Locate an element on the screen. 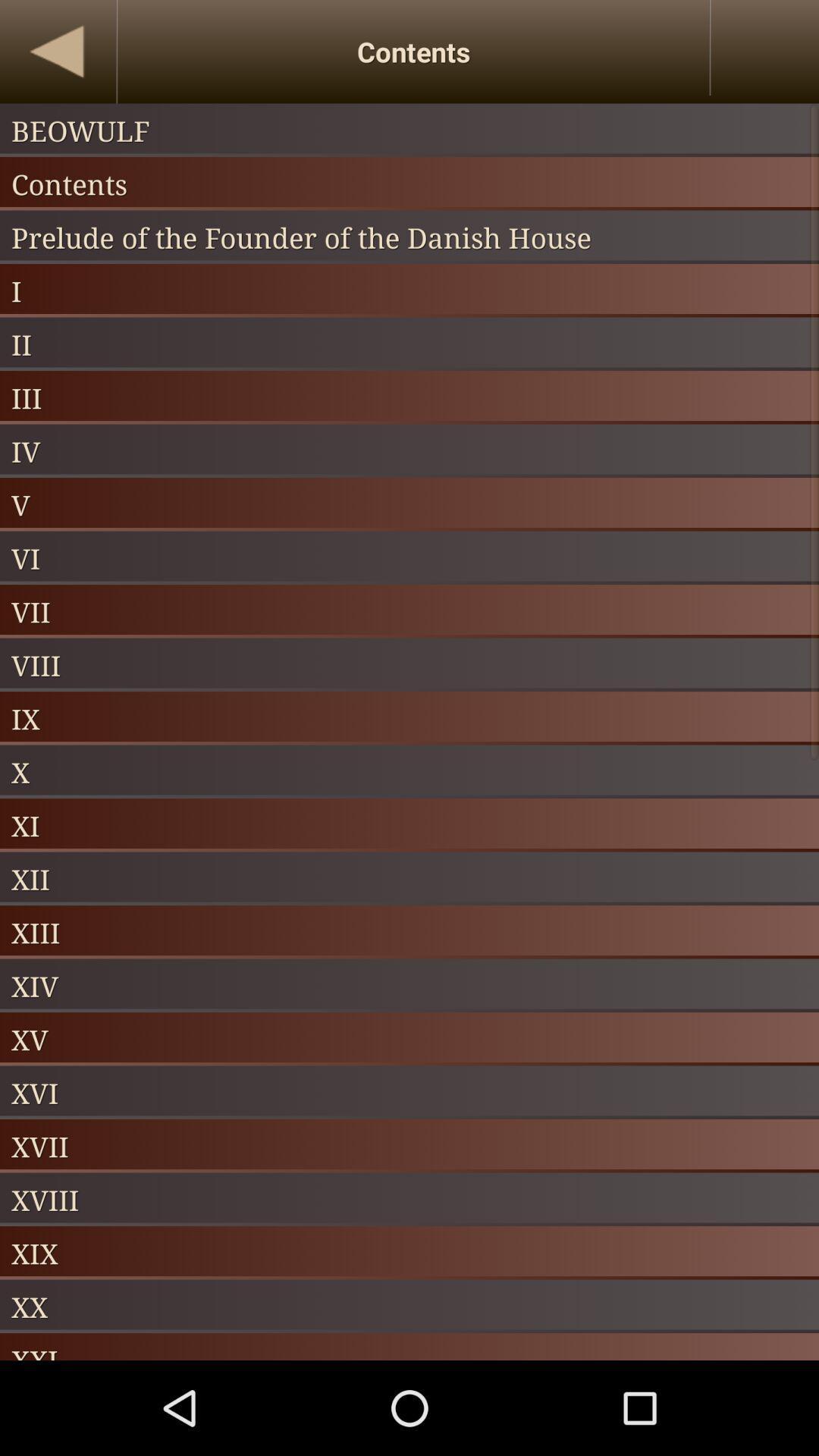  xv item is located at coordinates (409, 1038).